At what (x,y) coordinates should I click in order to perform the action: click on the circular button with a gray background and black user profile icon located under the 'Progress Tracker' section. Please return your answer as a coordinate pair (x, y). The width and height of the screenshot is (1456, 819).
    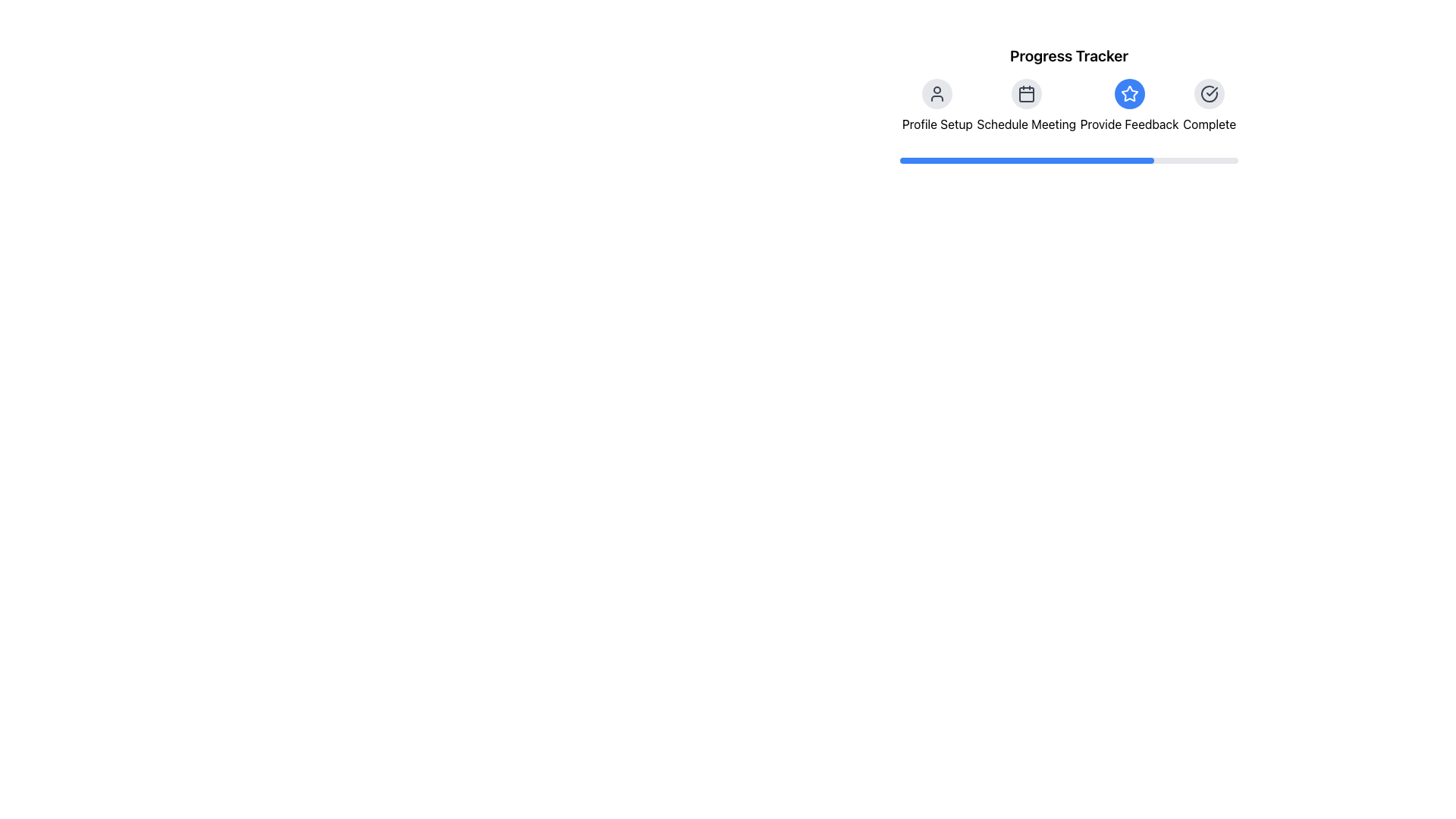
    Looking at the image, I should click on (937, 93).